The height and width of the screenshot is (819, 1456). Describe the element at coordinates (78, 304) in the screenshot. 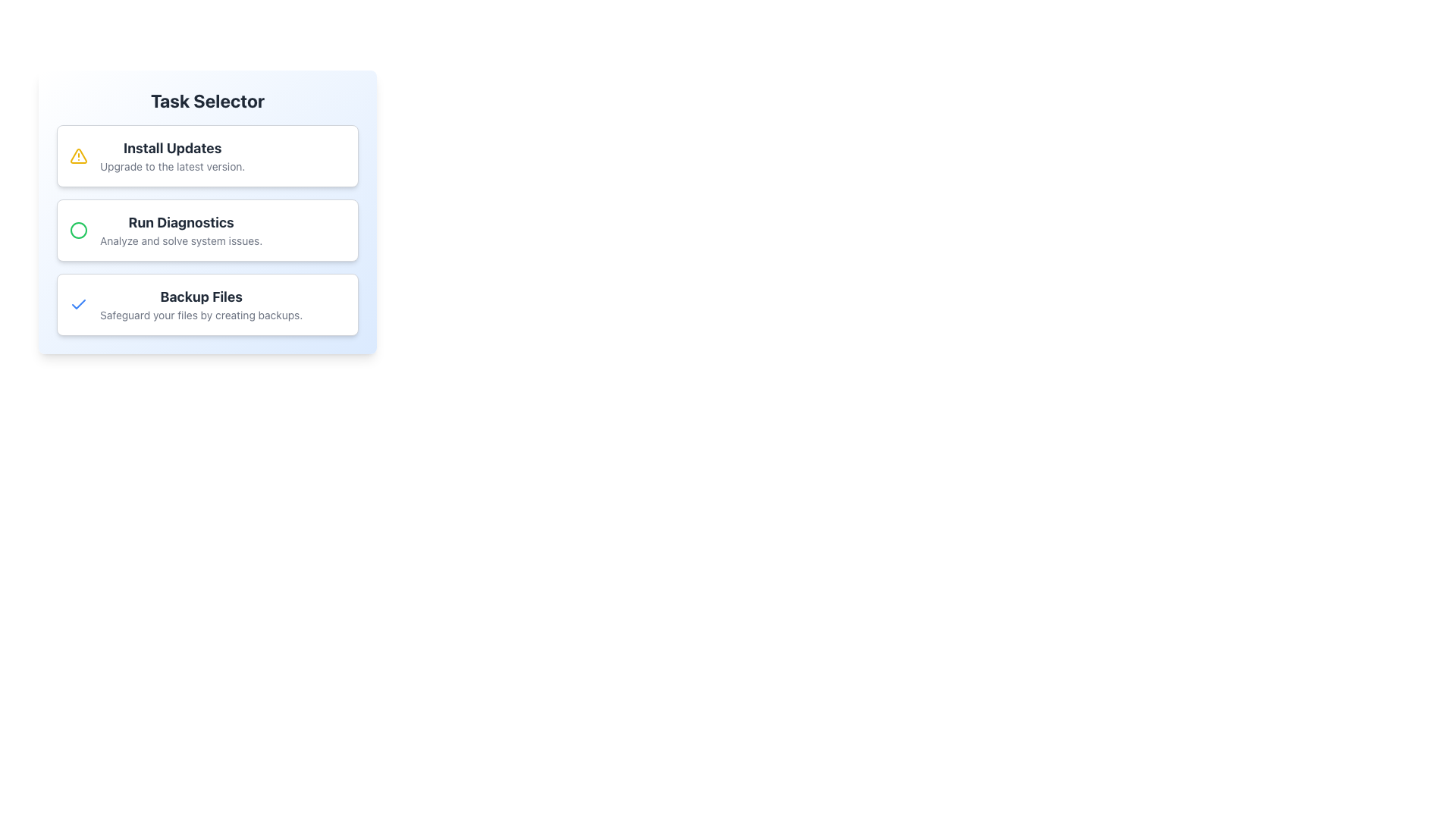

I see `the 'Backup Files' icon, which is the checkmark located in the top-left area of the button group, specifically the third option from the top` at that location.